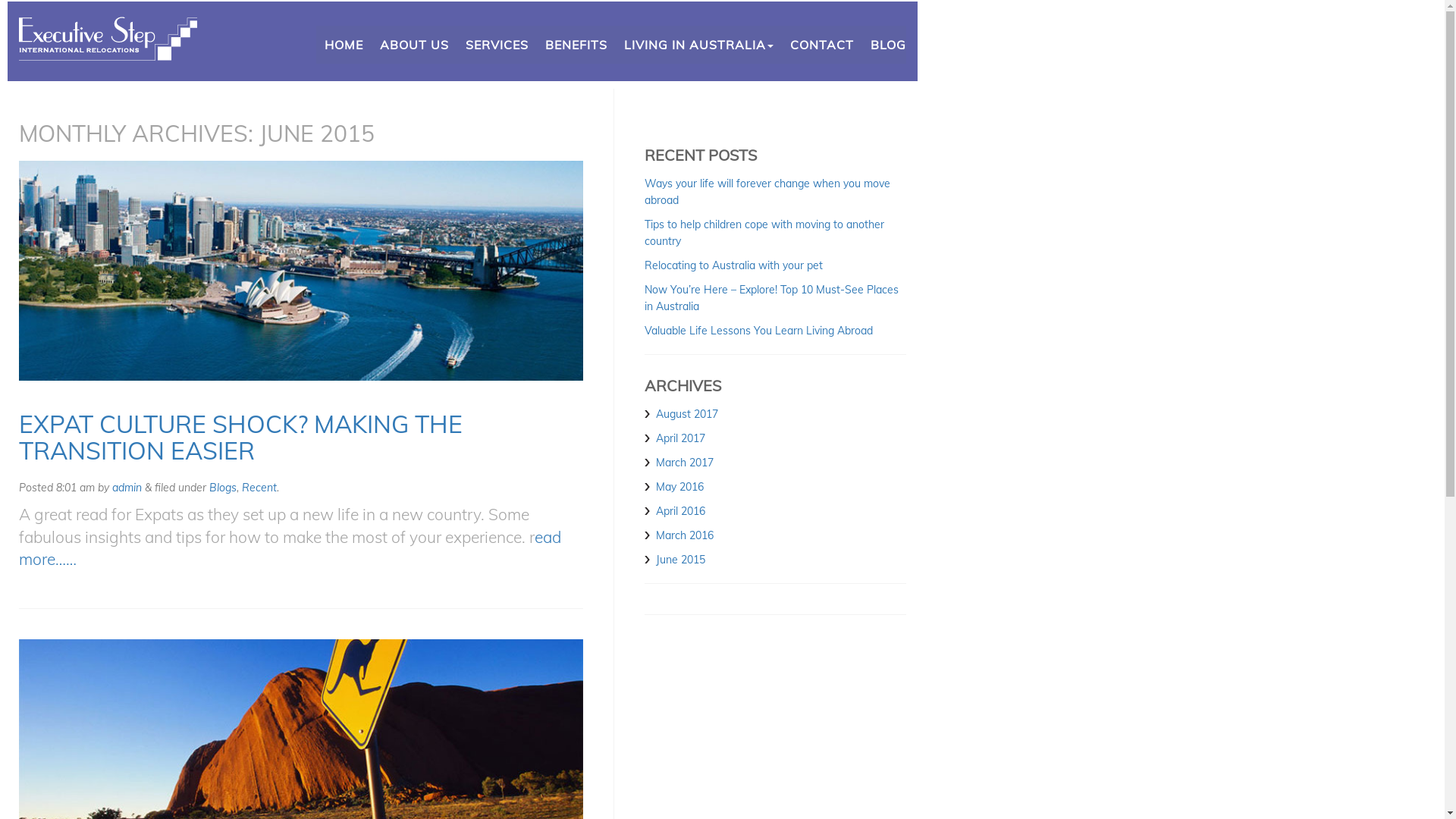 This screenshot has width=1456, height=819. I want to click on 'Recent', so click(259, 488).